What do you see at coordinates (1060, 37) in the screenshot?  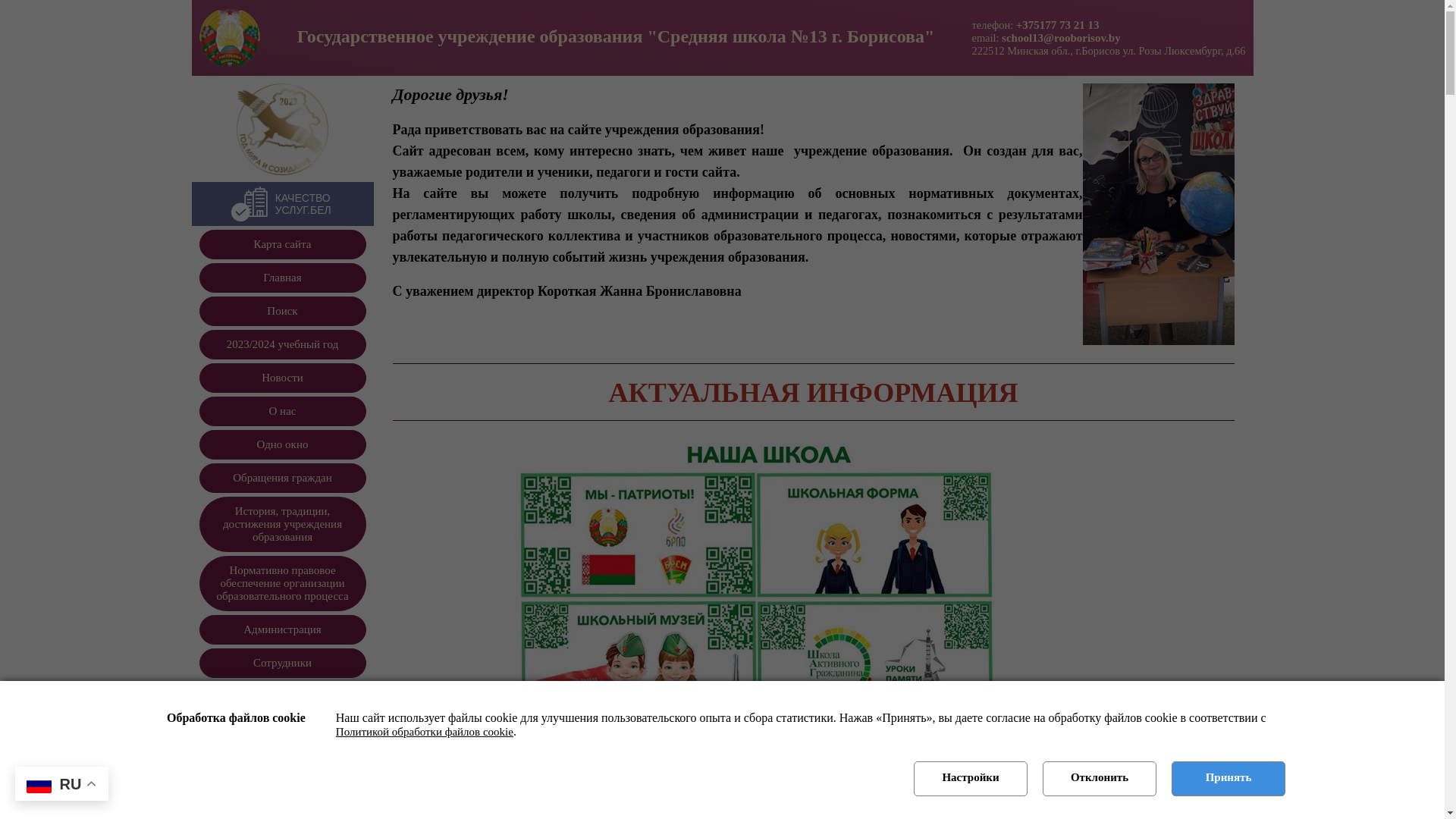 I see `'school13@rooborisov.by'` at bounding box center [1060, 37].